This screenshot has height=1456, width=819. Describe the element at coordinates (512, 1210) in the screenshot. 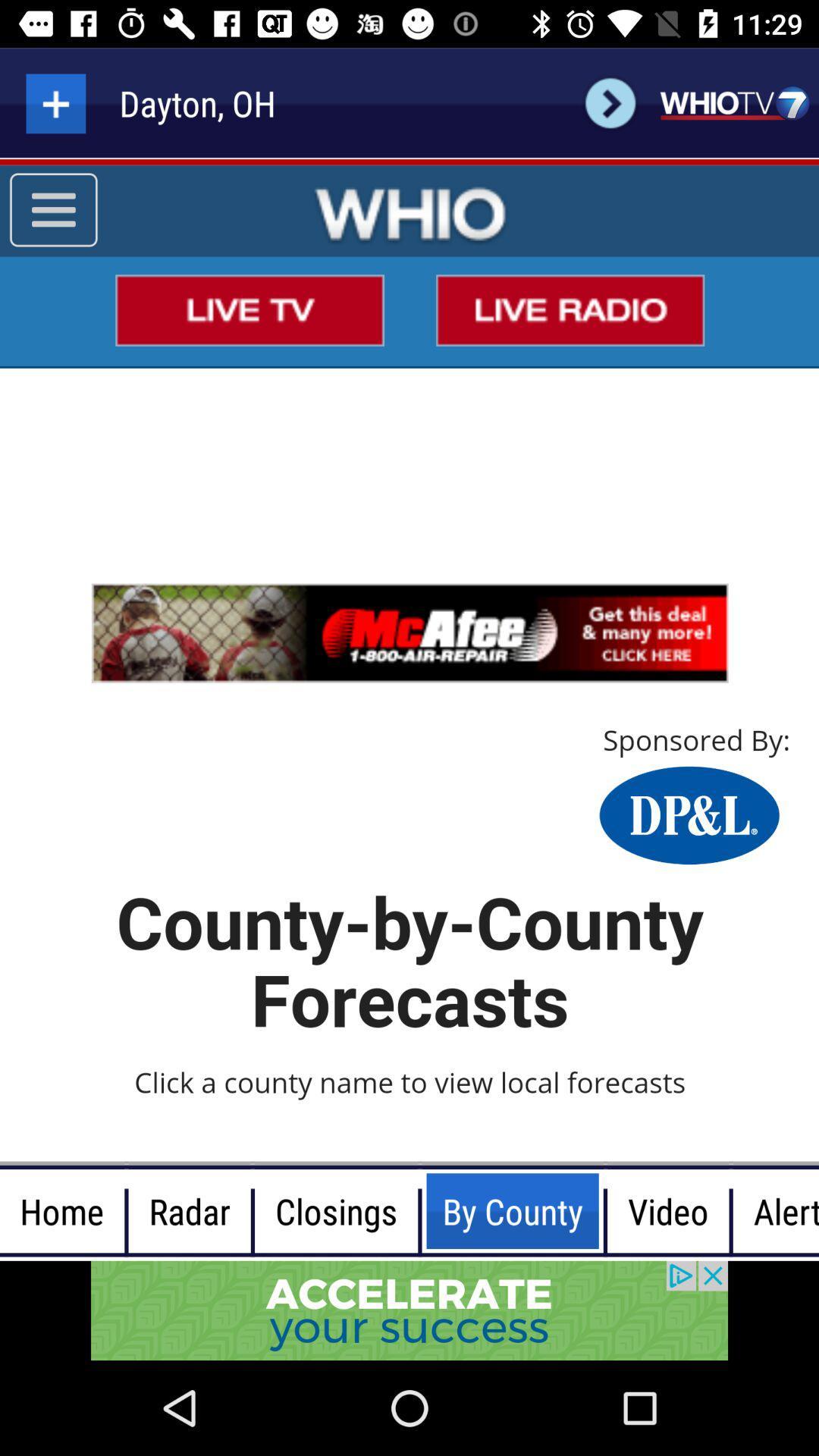

I see `the button on right of closings` at that location.